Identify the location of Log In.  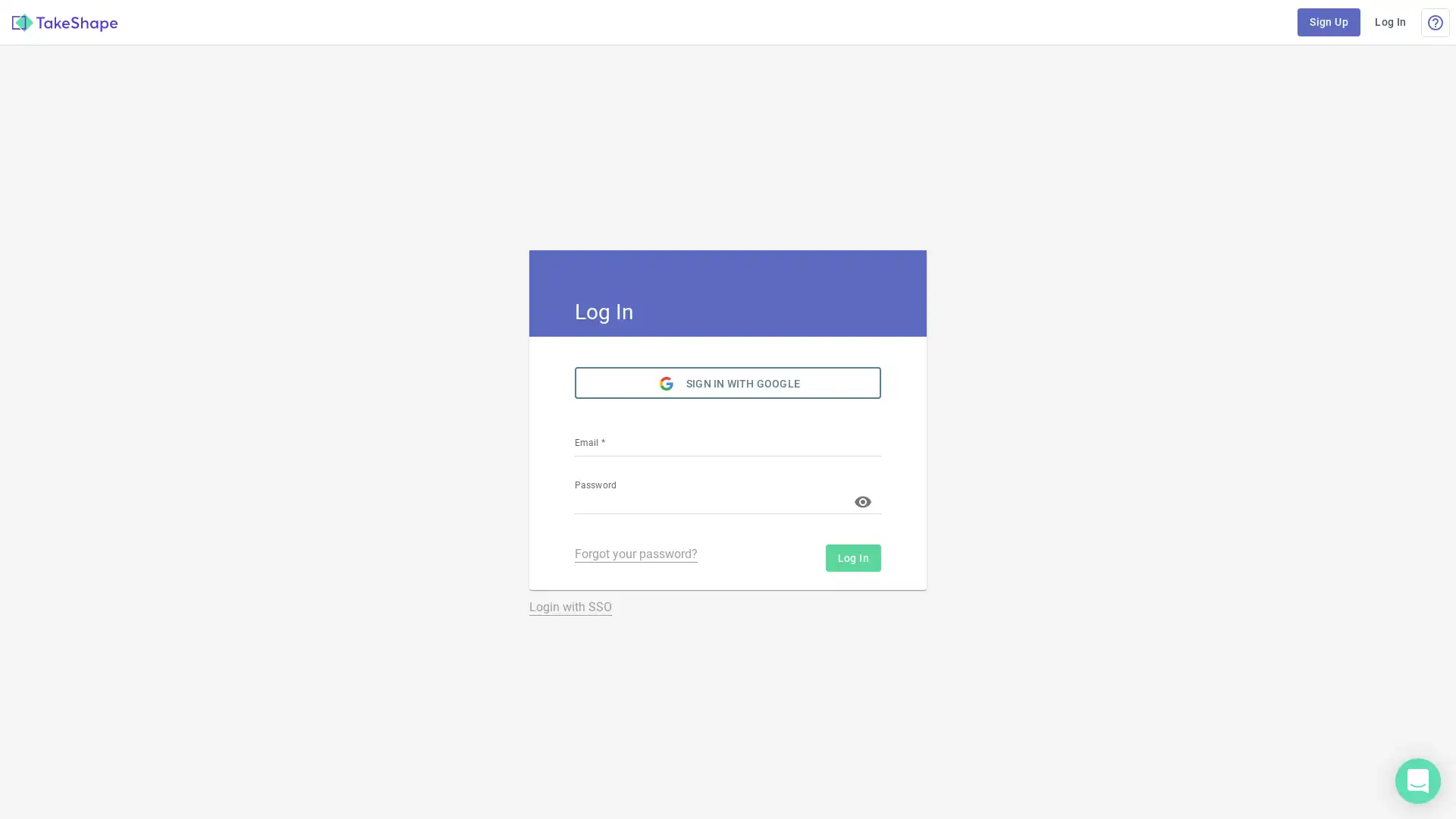
(1390, 22).